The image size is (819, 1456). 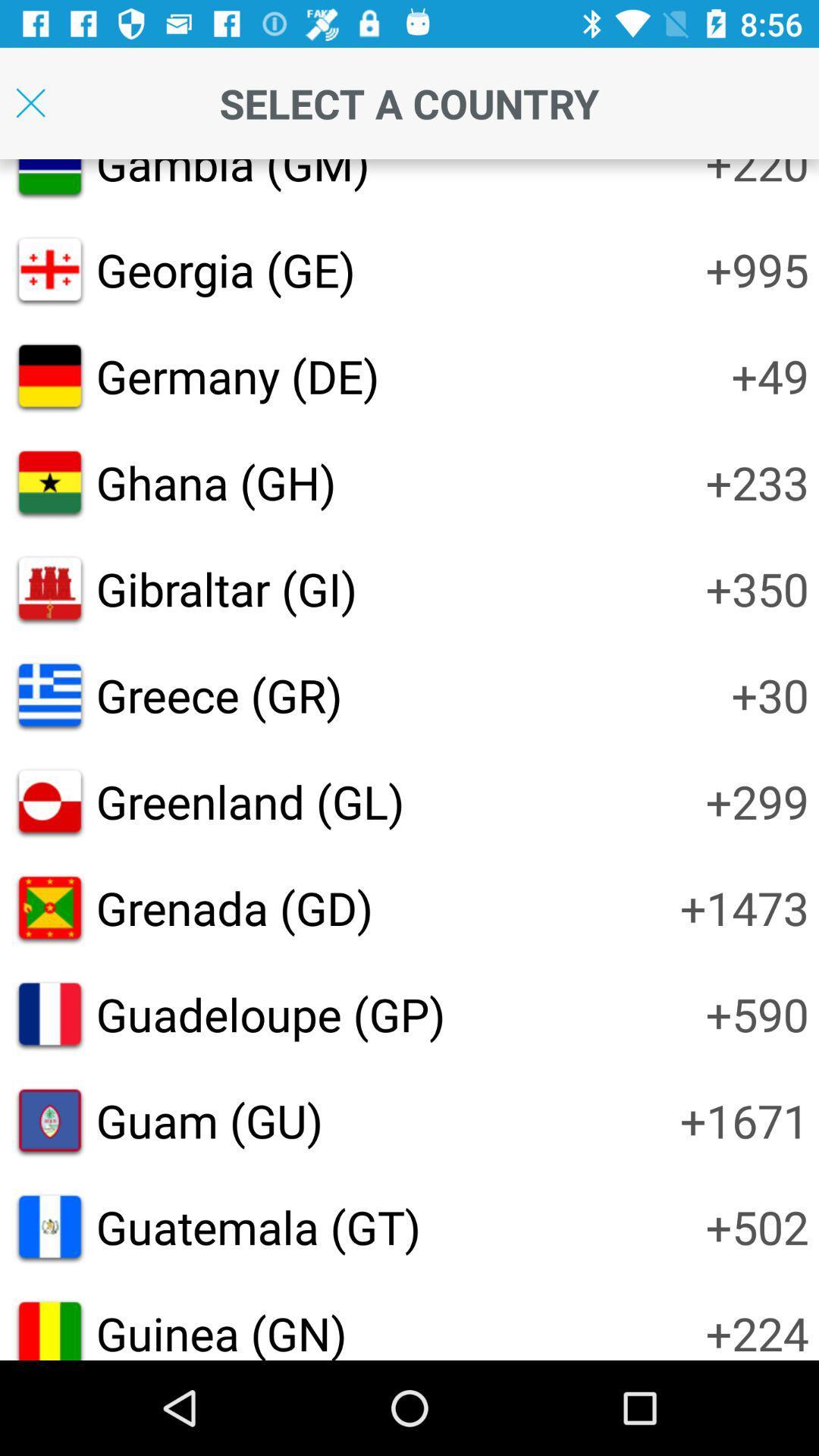 What do you see at coordinates (219, 694) in the screenshot?
I see `item to the left of the +30 icon` at bounding box center [219, 694].